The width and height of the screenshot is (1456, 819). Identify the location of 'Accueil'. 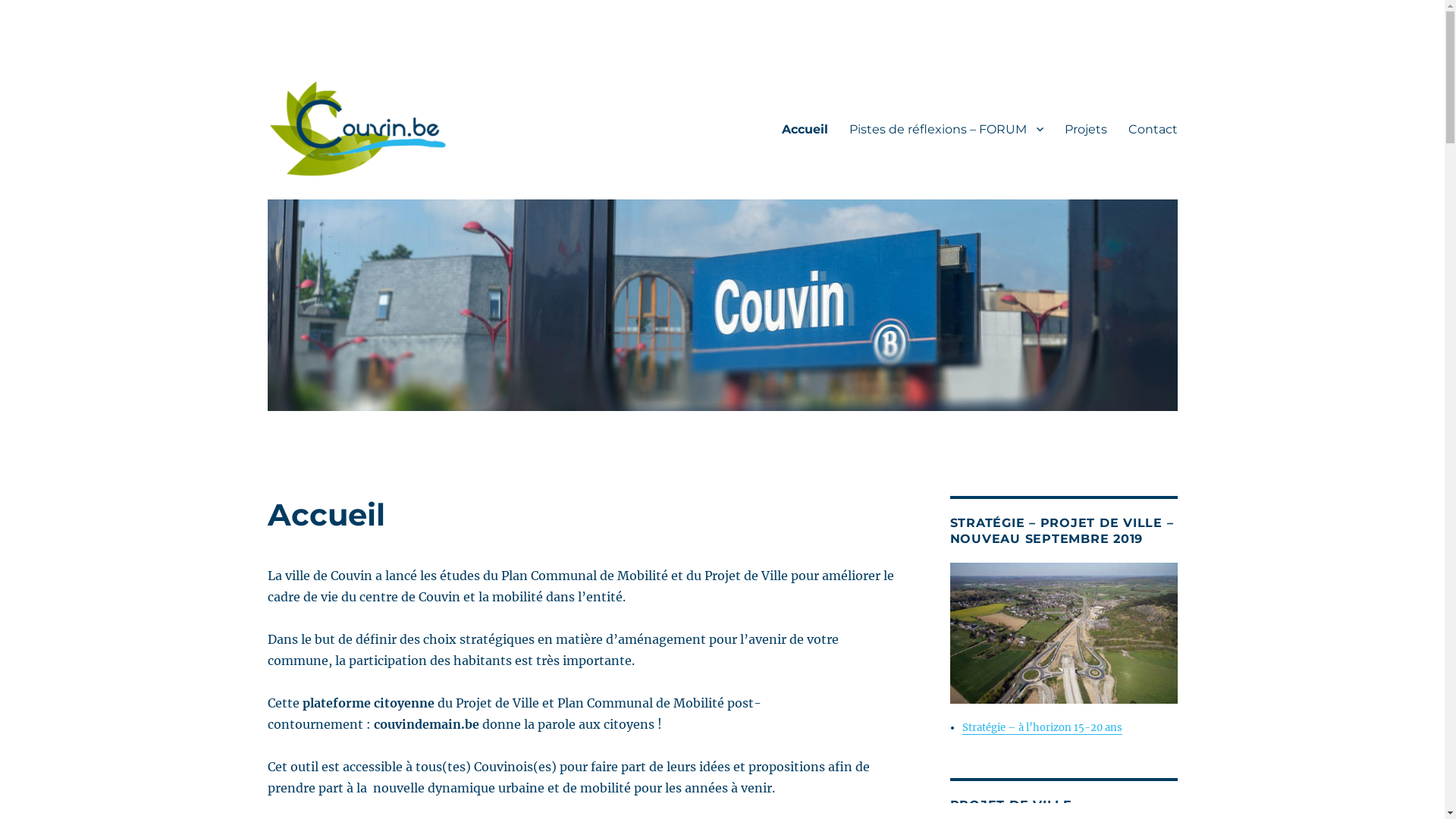
(770, 127).